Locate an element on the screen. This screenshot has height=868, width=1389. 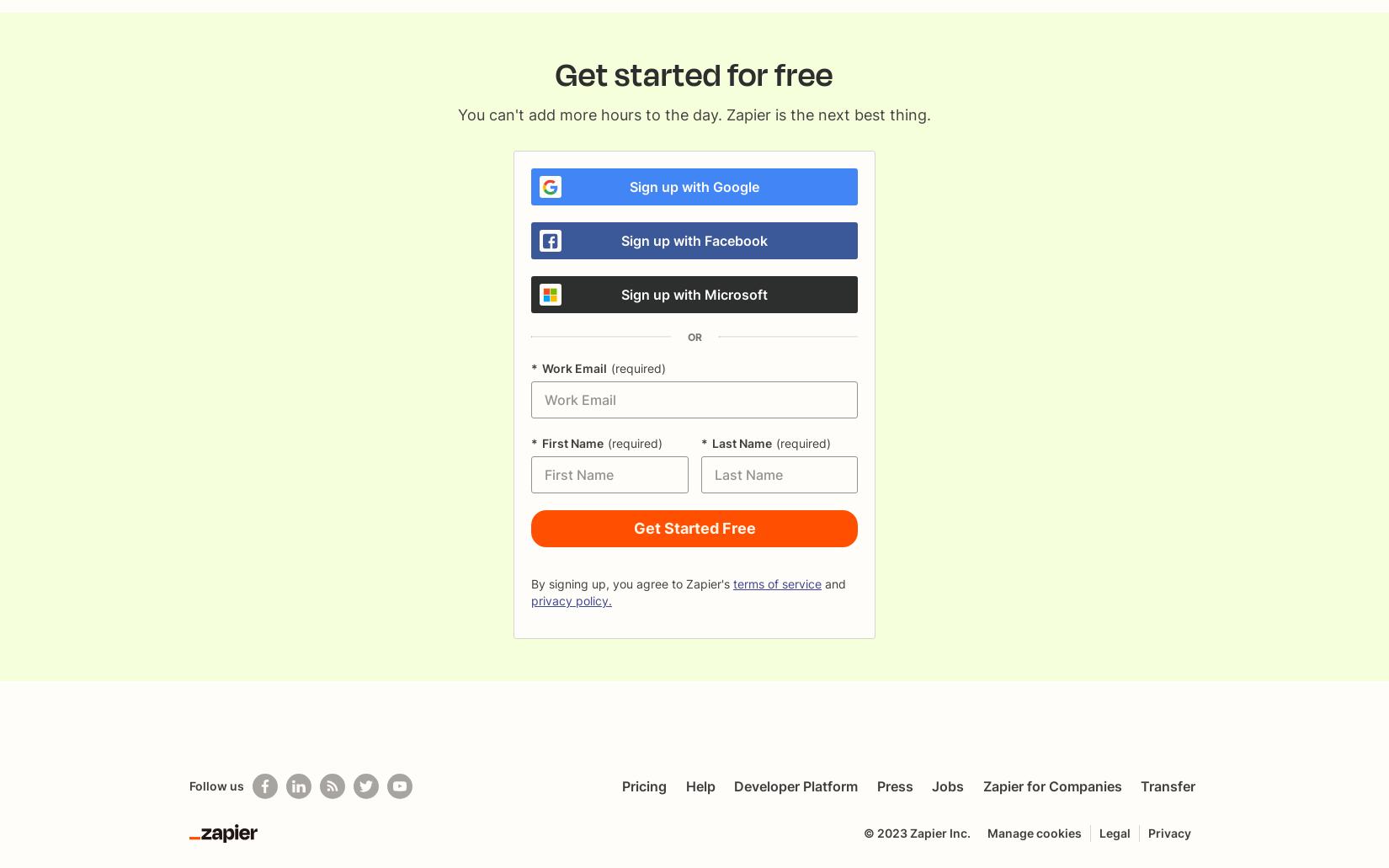
'terms of service' is located at coordinates (733, 583).